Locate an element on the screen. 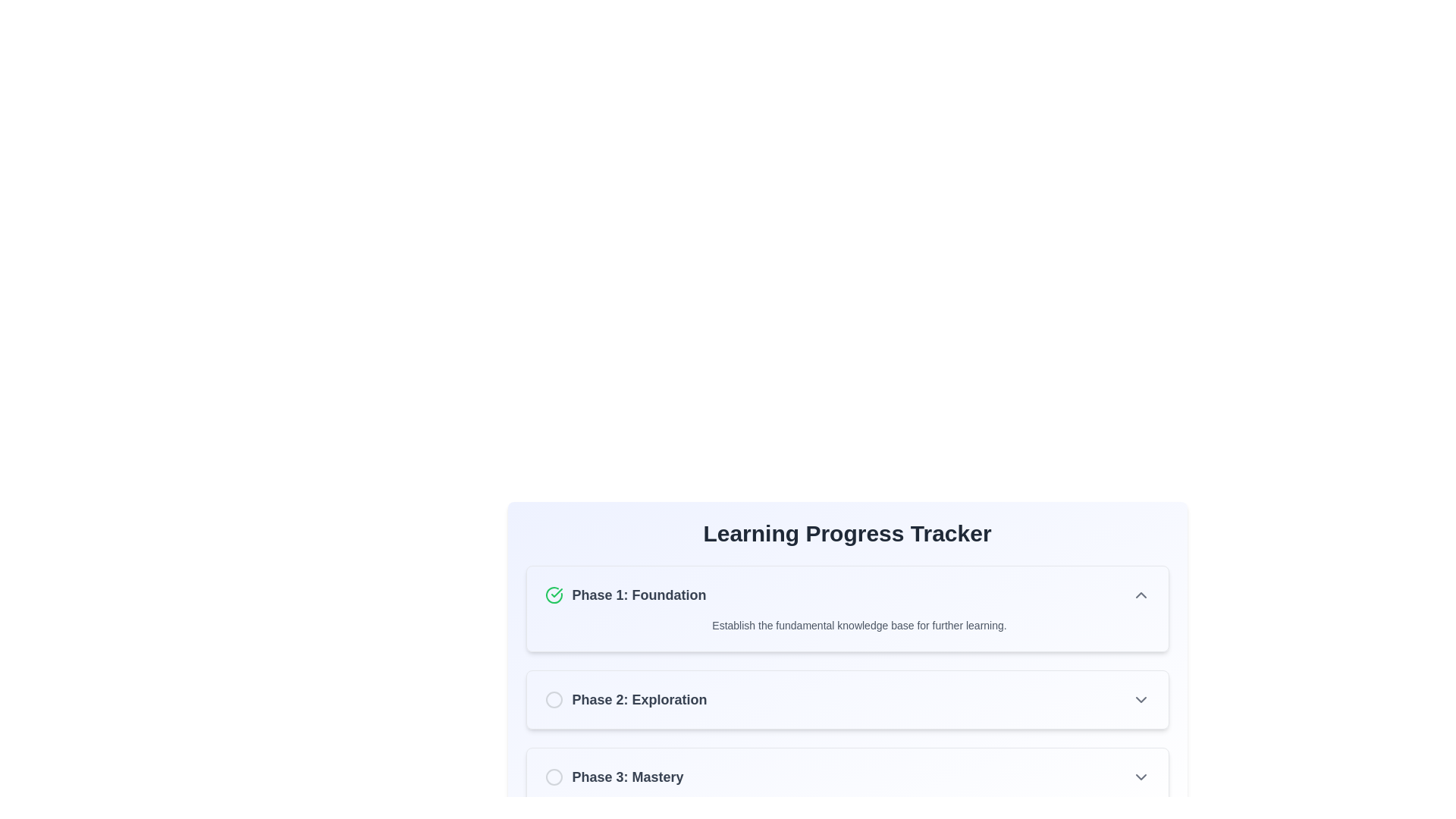 The height and width of the screenshot is (819, 1456). the decorative SVG circle that indicates the completion status of the 'Phase 2: Exploration' section in the 'Learning Progress Tracker' is located at coordinates (553, 699).